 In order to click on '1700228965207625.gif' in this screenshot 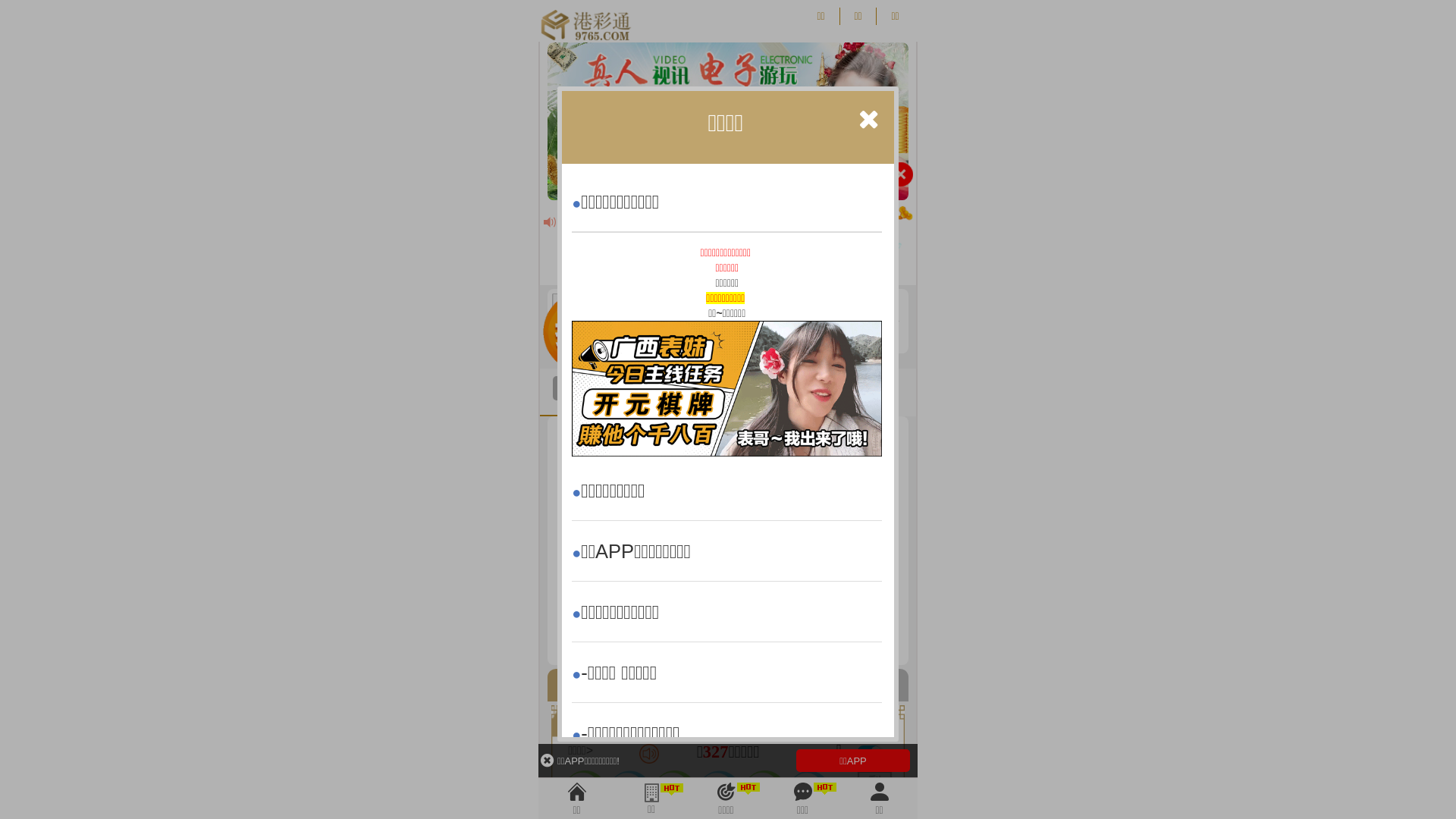, I will do `click(726, 388)`.